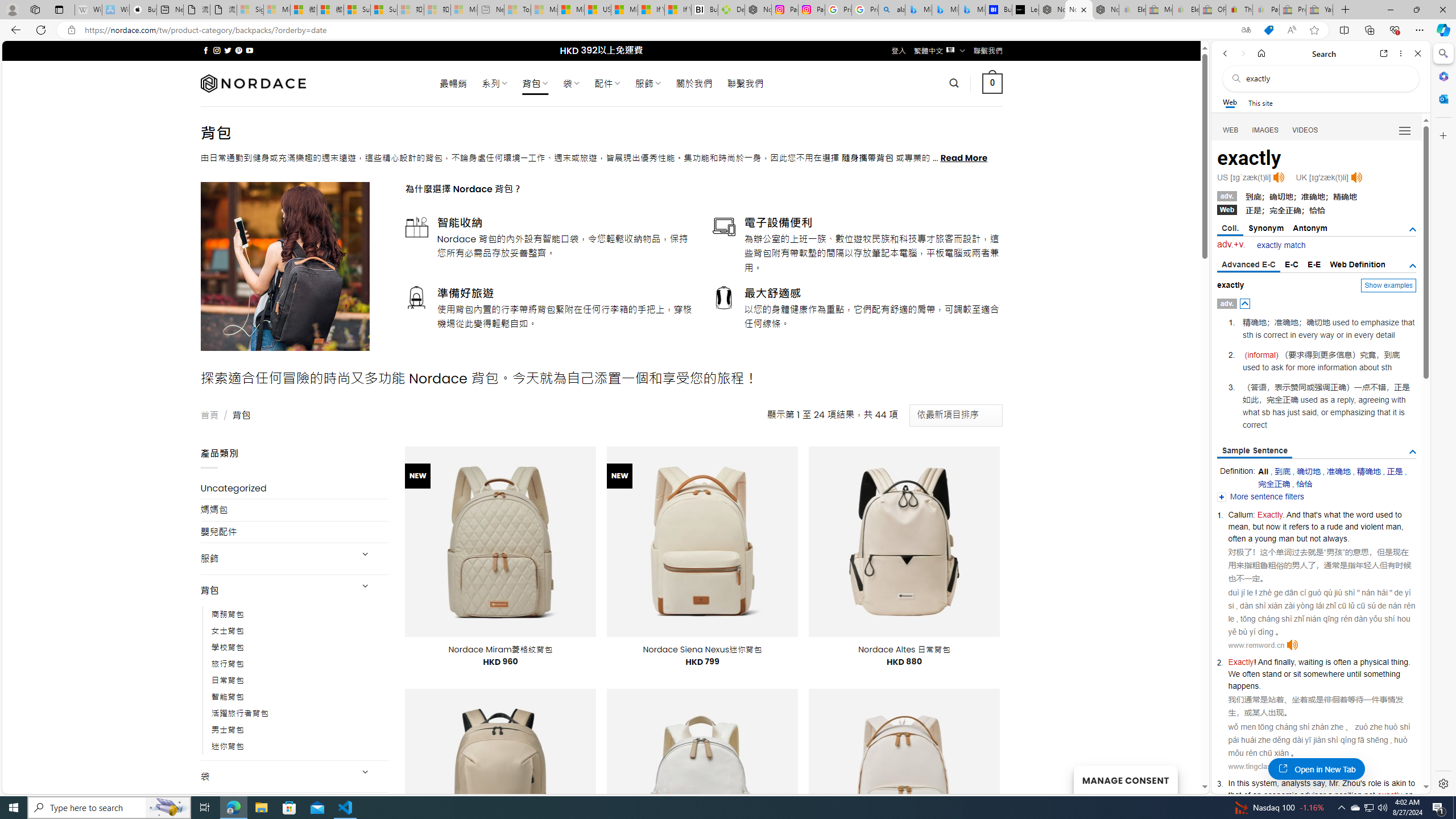  What do you see at coordinates (1272, 527) in the screenshot?
I see `'now'` at bounding box center [1272, 527].